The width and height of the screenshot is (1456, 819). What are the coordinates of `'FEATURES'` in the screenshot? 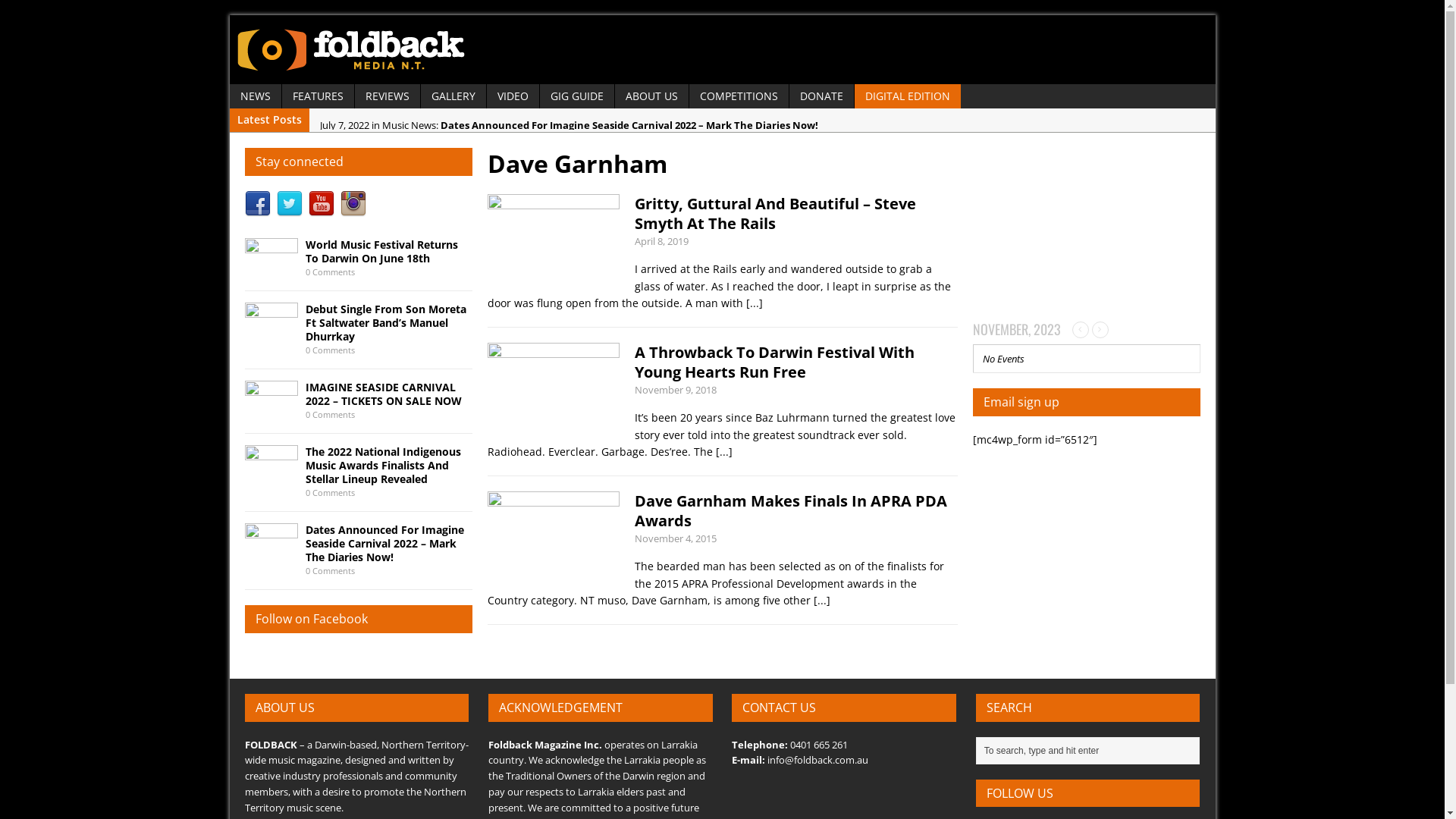 It's located at (317, 96).